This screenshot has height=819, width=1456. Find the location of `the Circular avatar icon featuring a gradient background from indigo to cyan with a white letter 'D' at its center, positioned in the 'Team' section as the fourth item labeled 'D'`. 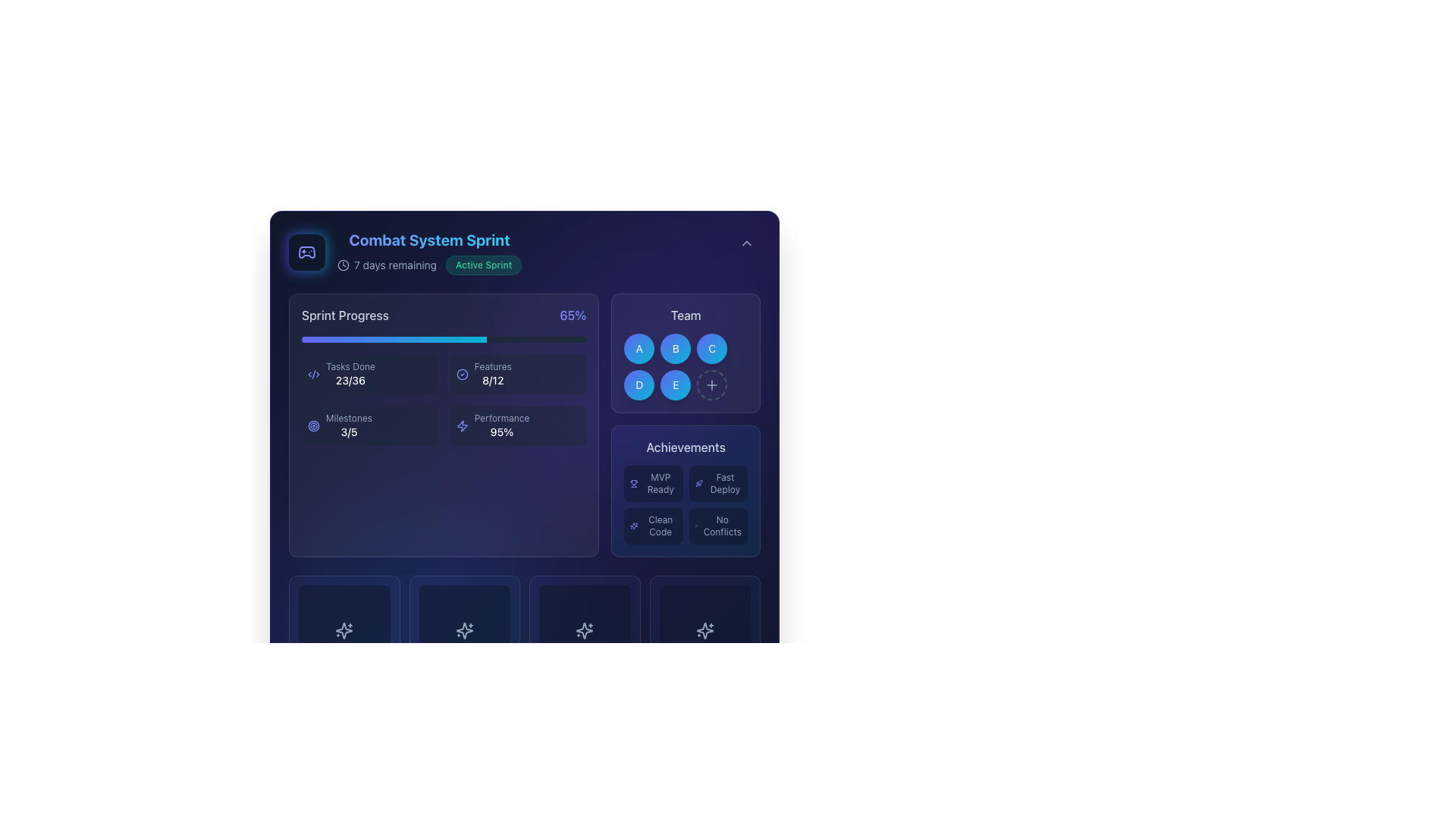

the Circular avatar icon featuring a gradient background from indigo to cyan with a white letter 'D' at its center, positioned in the 'Team' section as the fourth item labeled 'D' is located at coordinates (639, 384).